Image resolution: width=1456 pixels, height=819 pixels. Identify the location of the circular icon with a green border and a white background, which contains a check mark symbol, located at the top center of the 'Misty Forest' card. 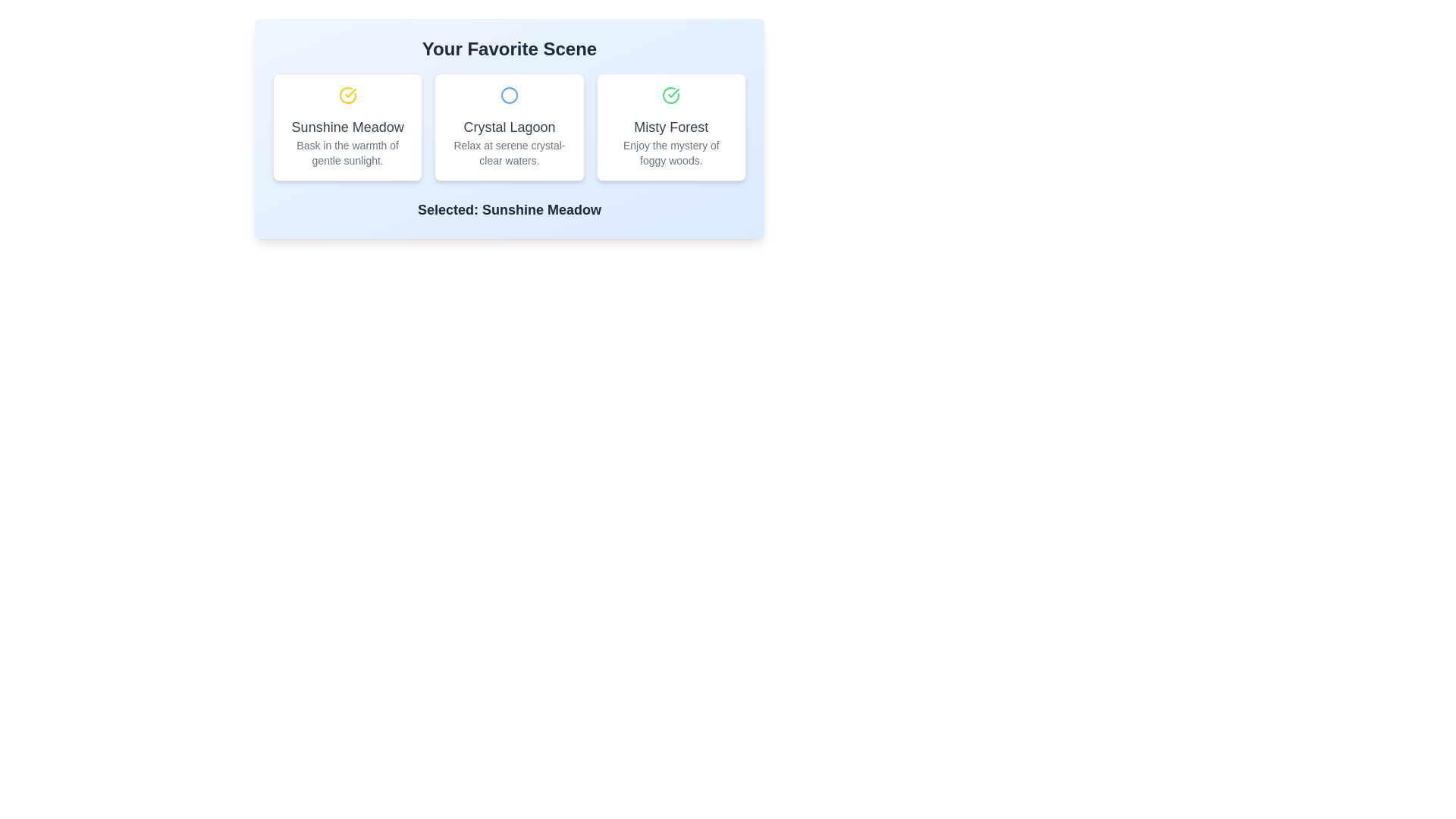
(670, 96).